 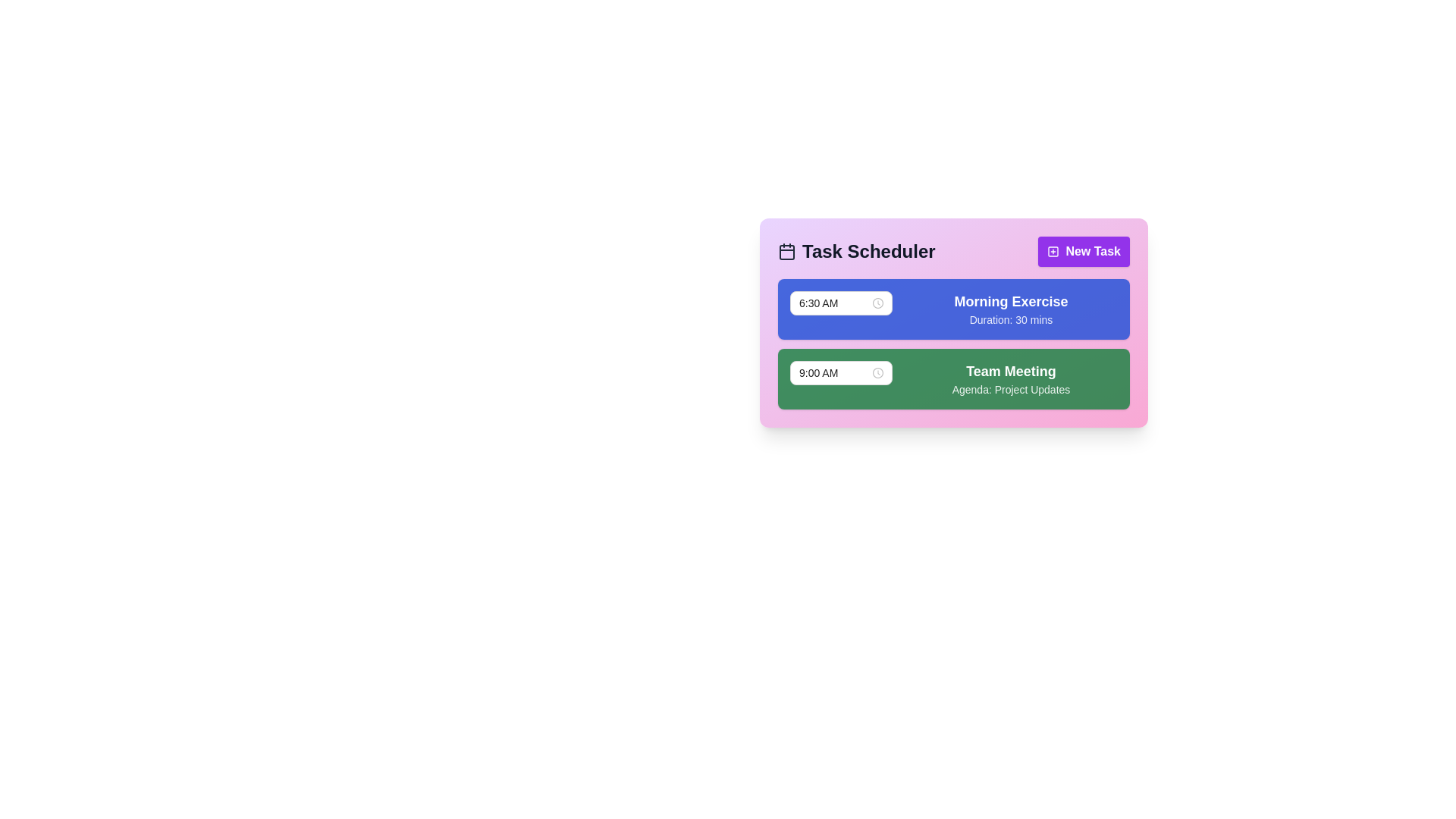 I want to click on the 'Task Scheduler' title element, which is a combination of an icon and text label, located in the top-left section of the pink card, near the left edge and aligned to the left of the 'New Task' button, so click(x=856, y=250).